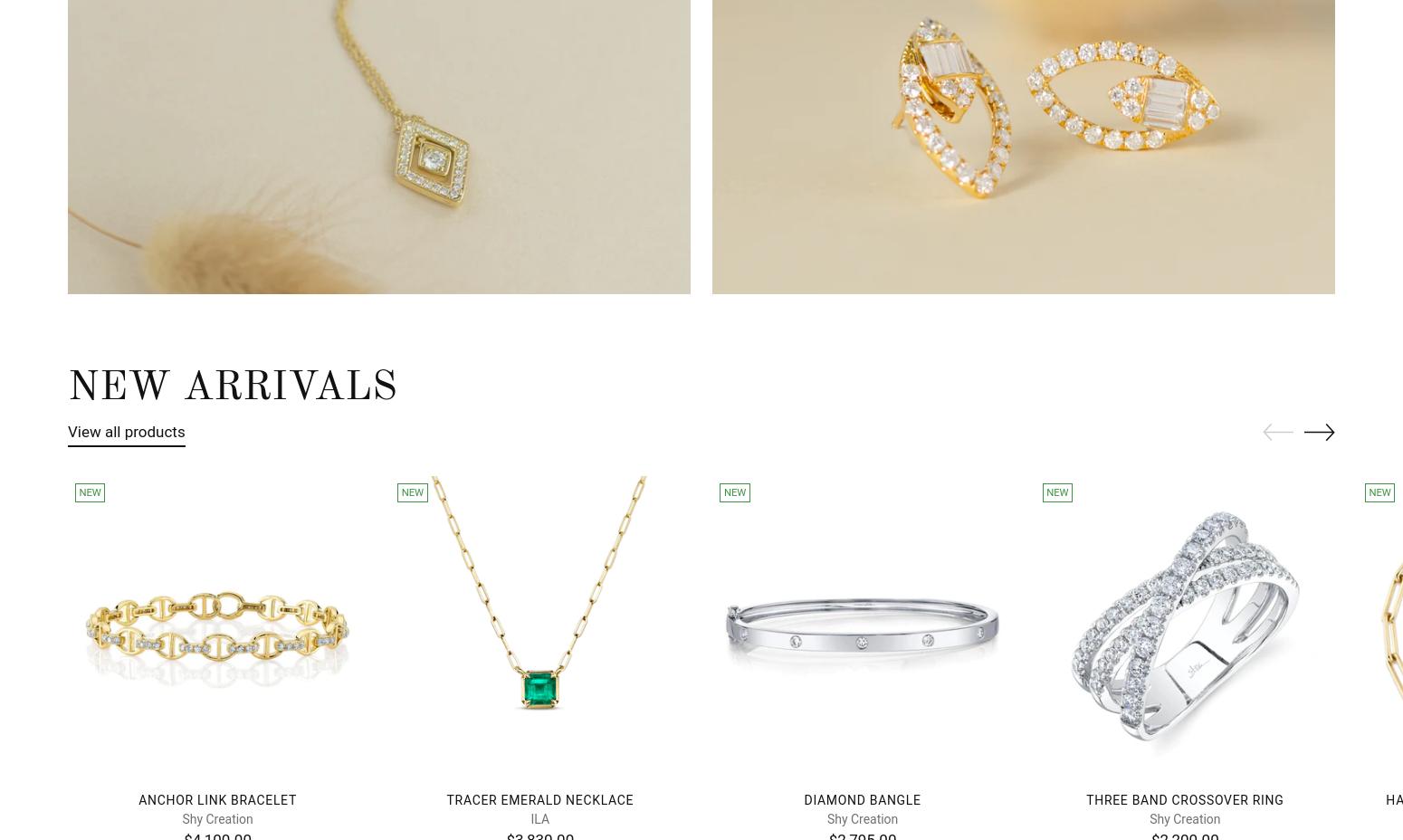  What do you see at coordinates (445, 798) in the screenshot?
I see `'Tracer Emerald Necklace'` at bounding box center [445, 798].